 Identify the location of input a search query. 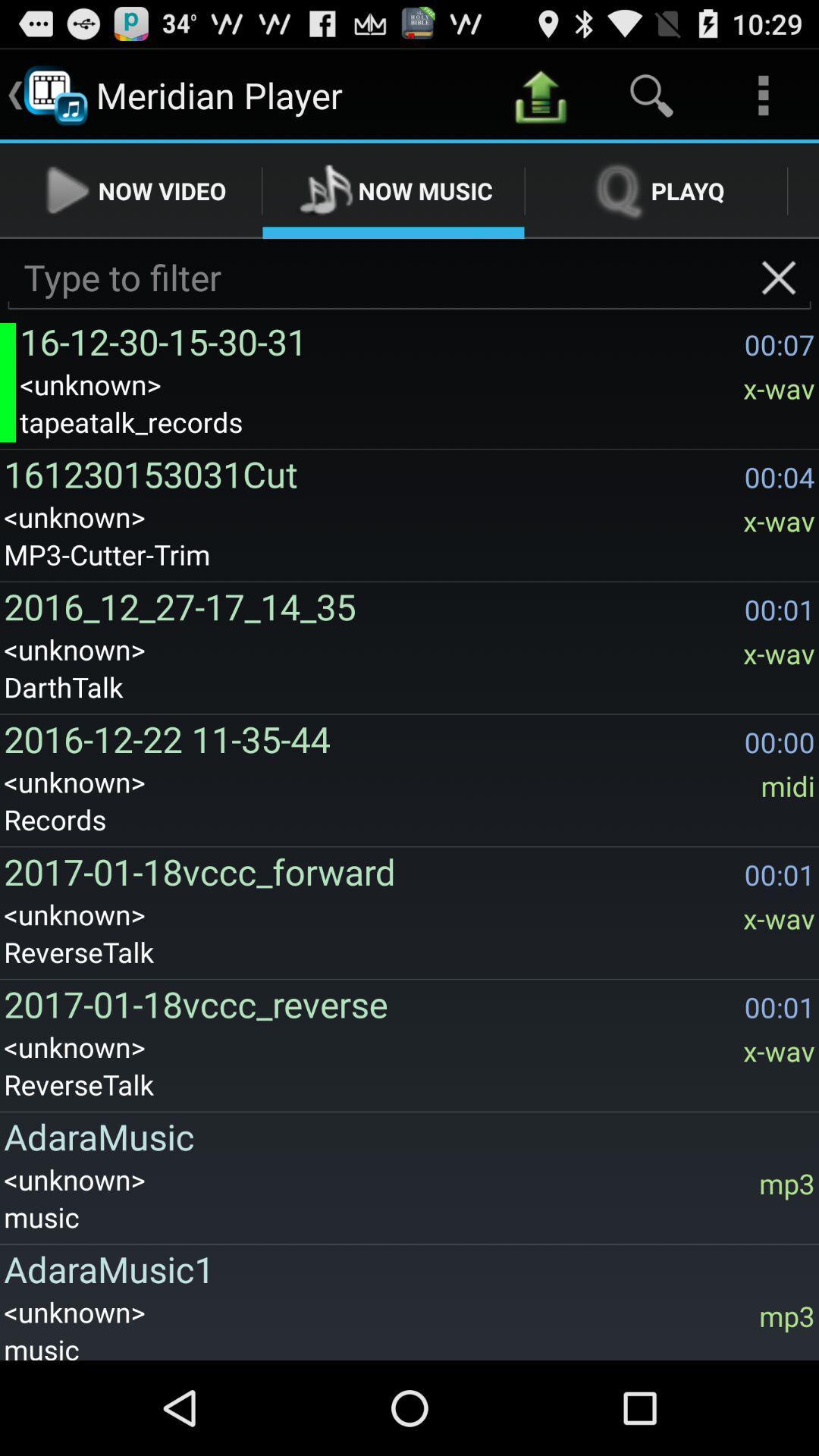
(409, 278).